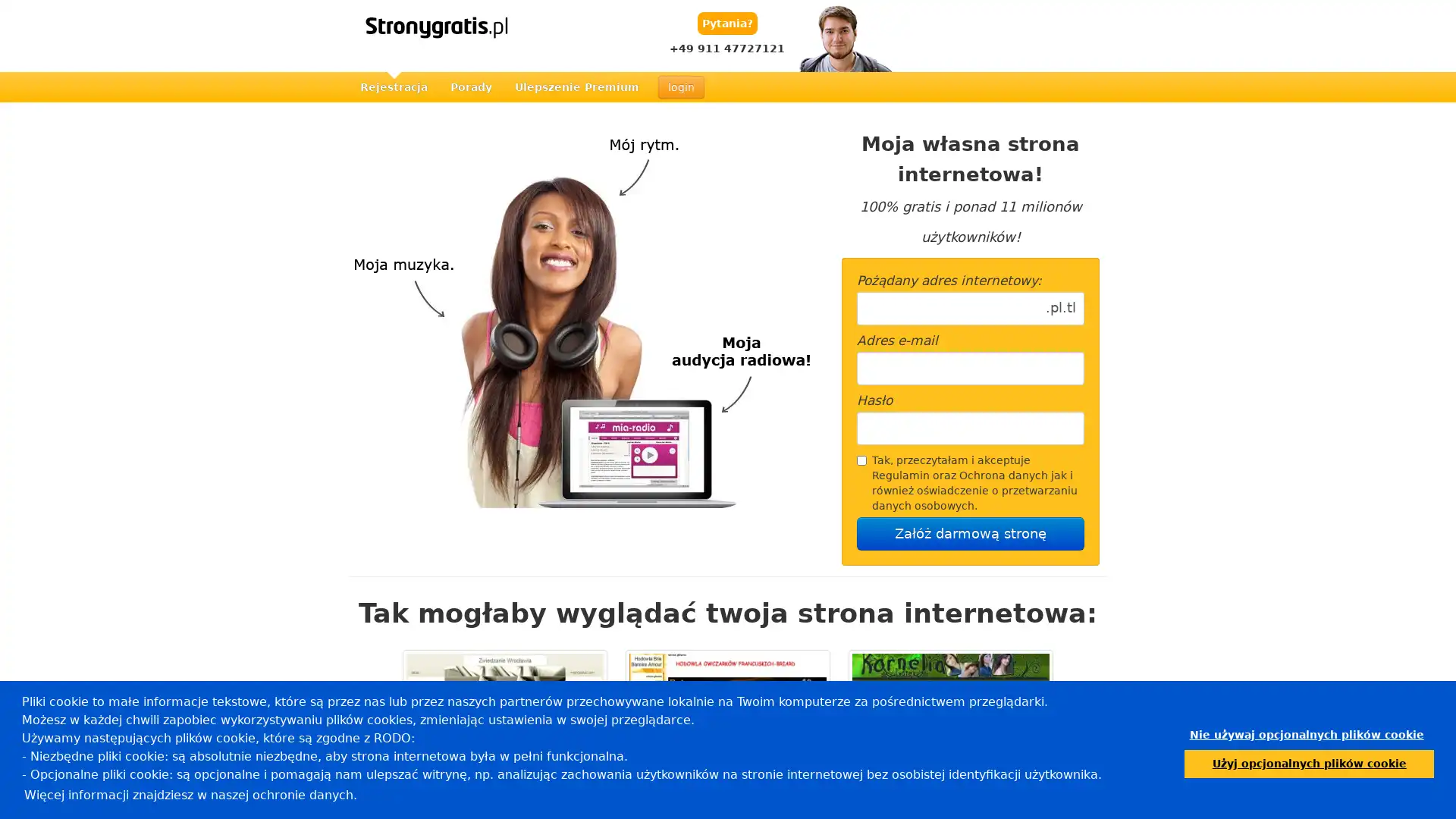 Image resolution: width=1456 pixels, height=819 pixels. What do you see at coordinates (971, 533) in the screenshot?
I see `Zaoz darmowa strone` at bounding box center [971, 533].